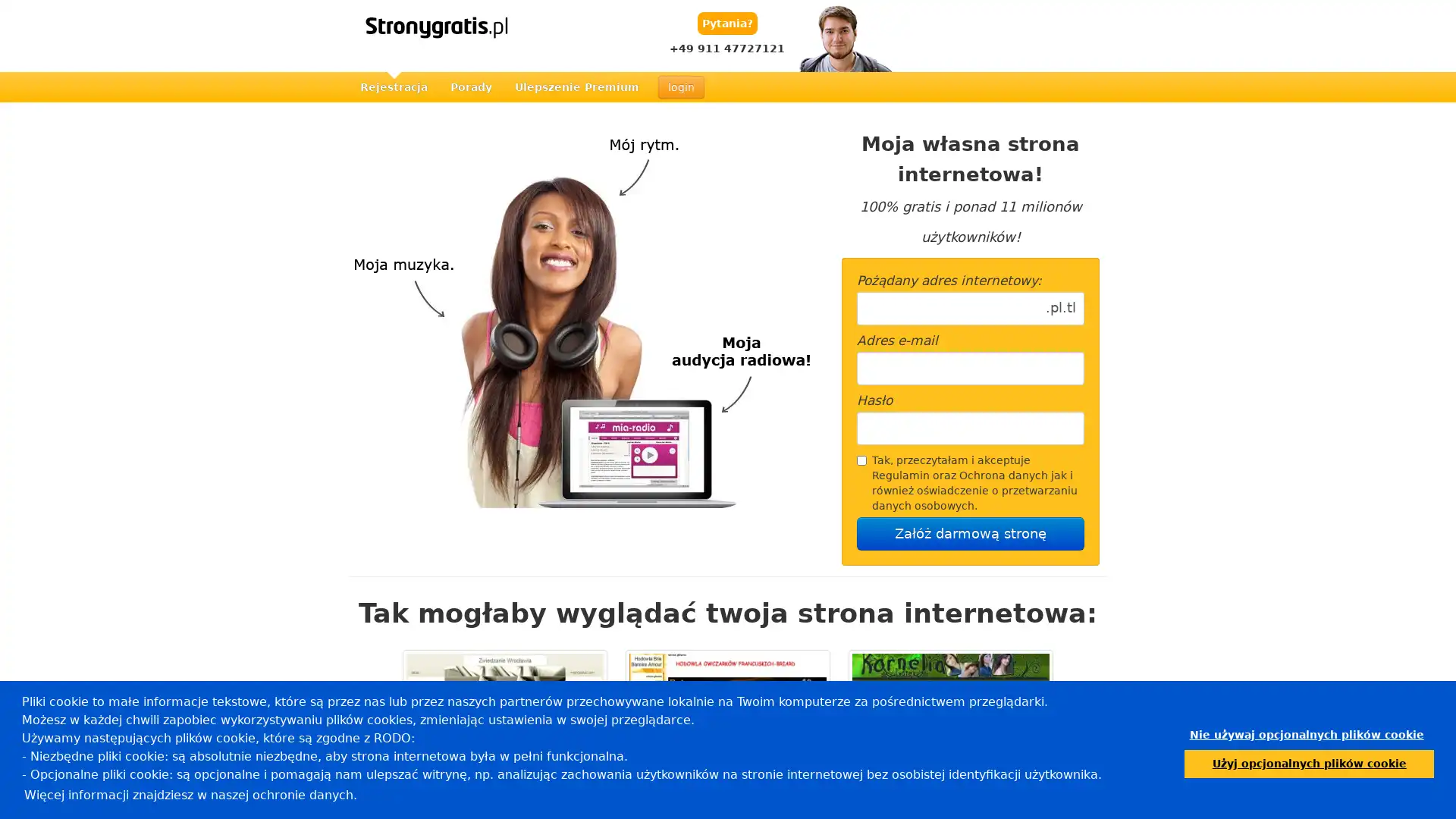 Image resolution: width=1456 pixels, height=819 pixels. What do you see at coordinates (971, 533) in the screenshot?
I see `Zaoz darmowa strone` at bounding box center [971, 533].